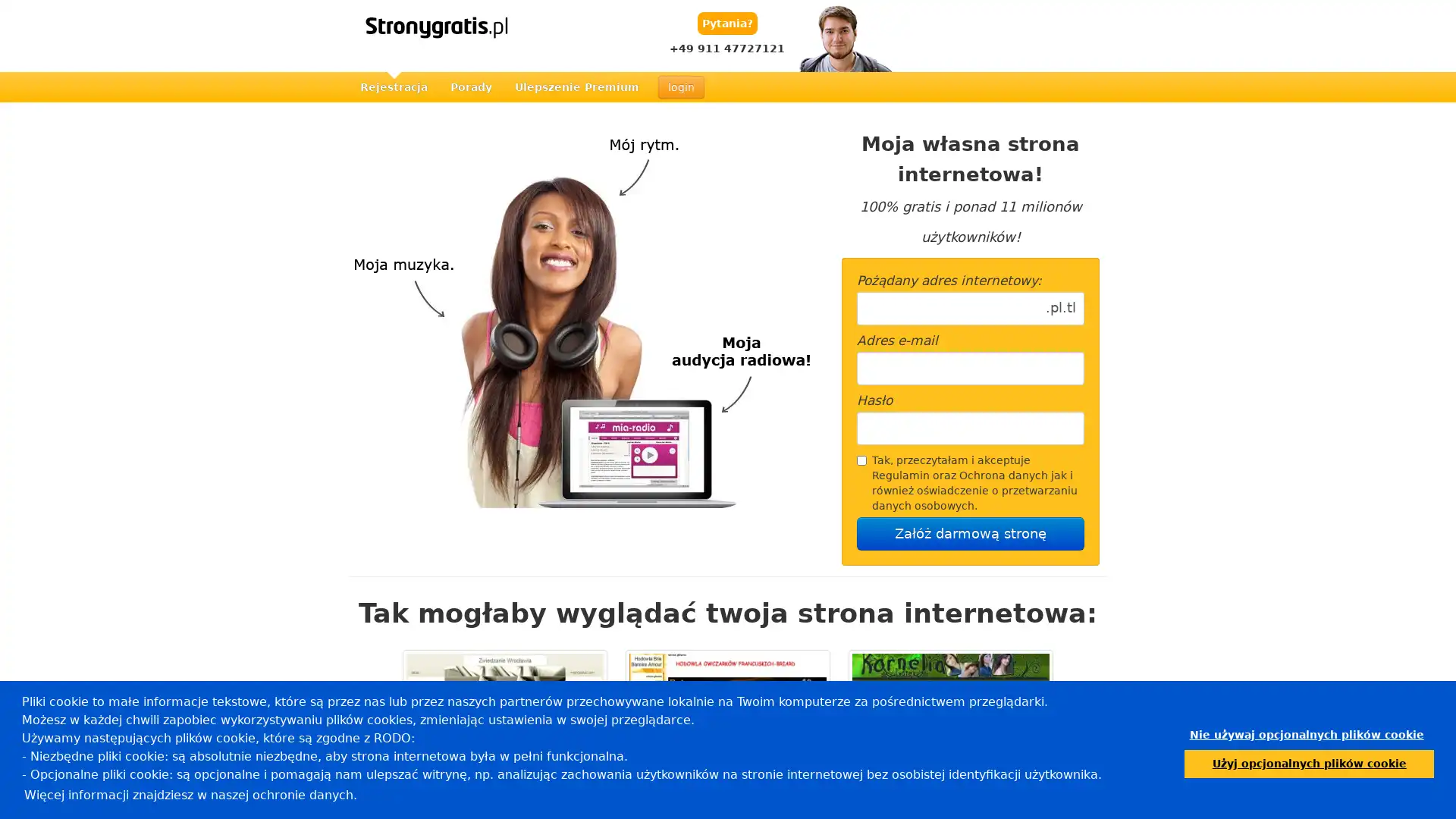 Image resolution: width=1456 pixels, height=819 pixels. What do you see at coordinates (971, 533) in the screenshot?
I see `Zaoz darmowa strone` at bounding box center [971, 533].